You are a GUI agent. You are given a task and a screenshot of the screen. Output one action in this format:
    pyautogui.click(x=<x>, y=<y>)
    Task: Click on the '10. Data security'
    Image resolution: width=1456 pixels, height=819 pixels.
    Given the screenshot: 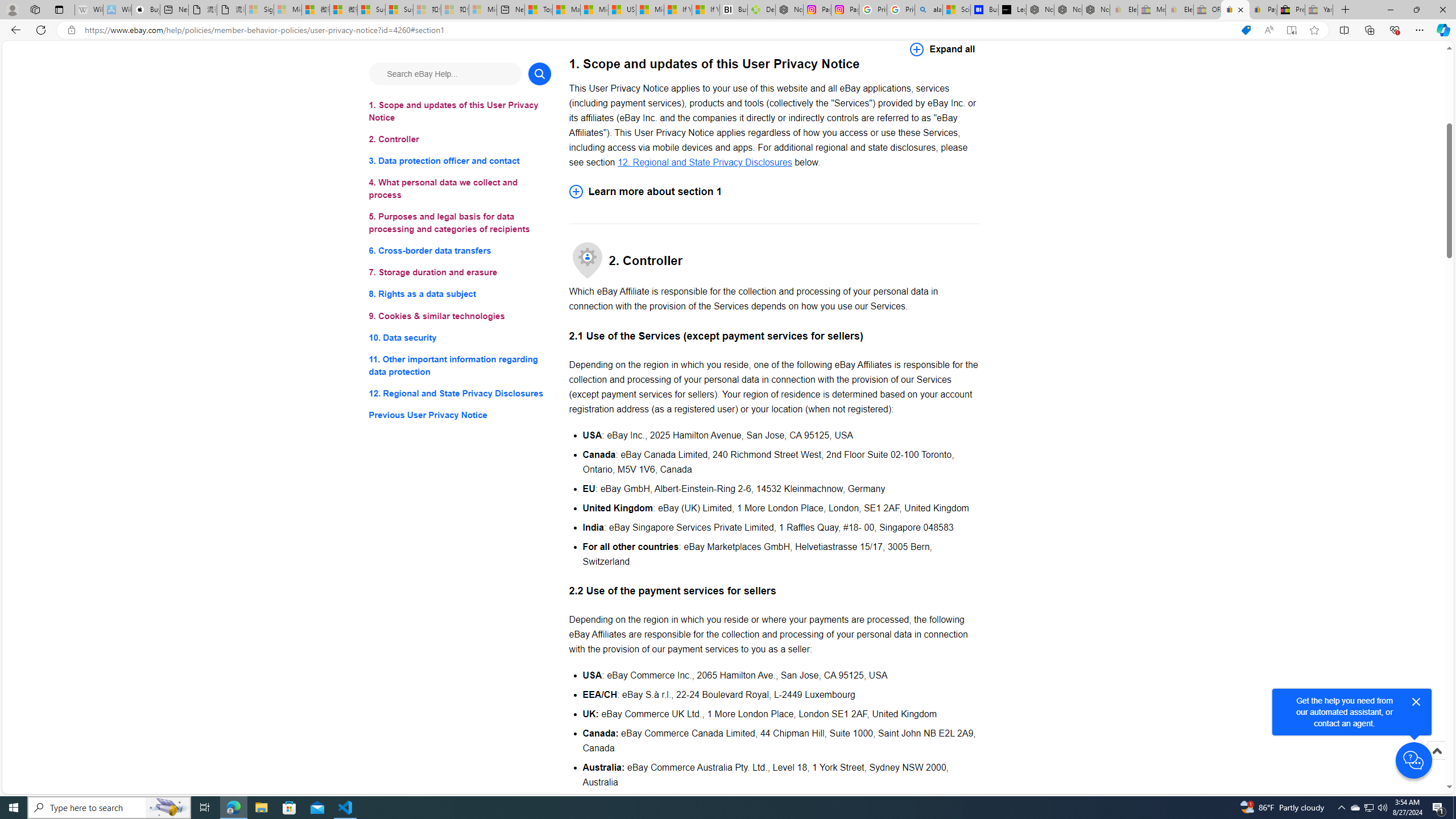 What is the action you would take?
    pyautogui.click(x=459, y=337)
    